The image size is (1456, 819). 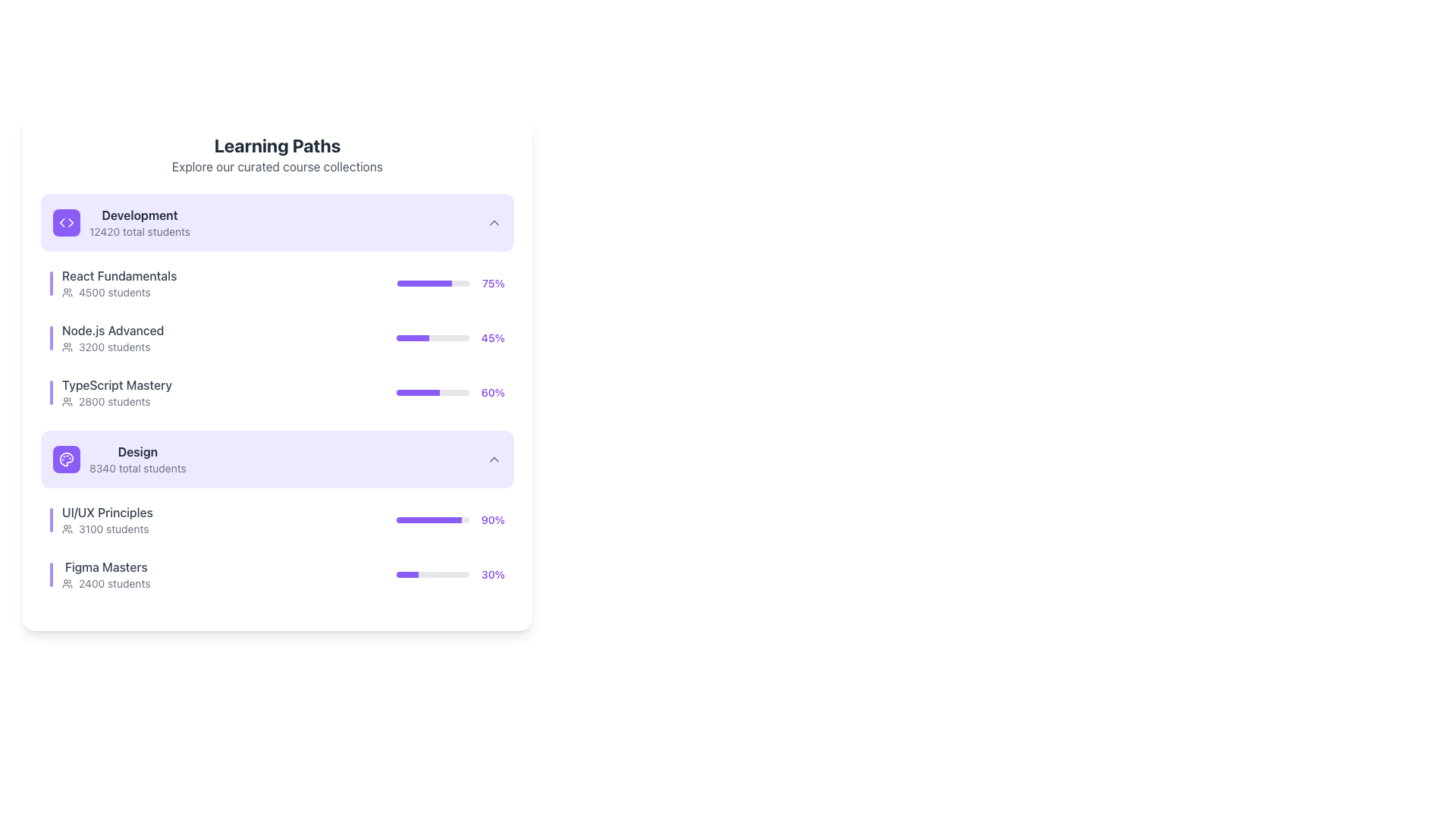 I want to click on the vertical violet rectangle visual marker located to the left of the 'UI/UX Principles' course text in the Design category, so click(x=51, y=519).